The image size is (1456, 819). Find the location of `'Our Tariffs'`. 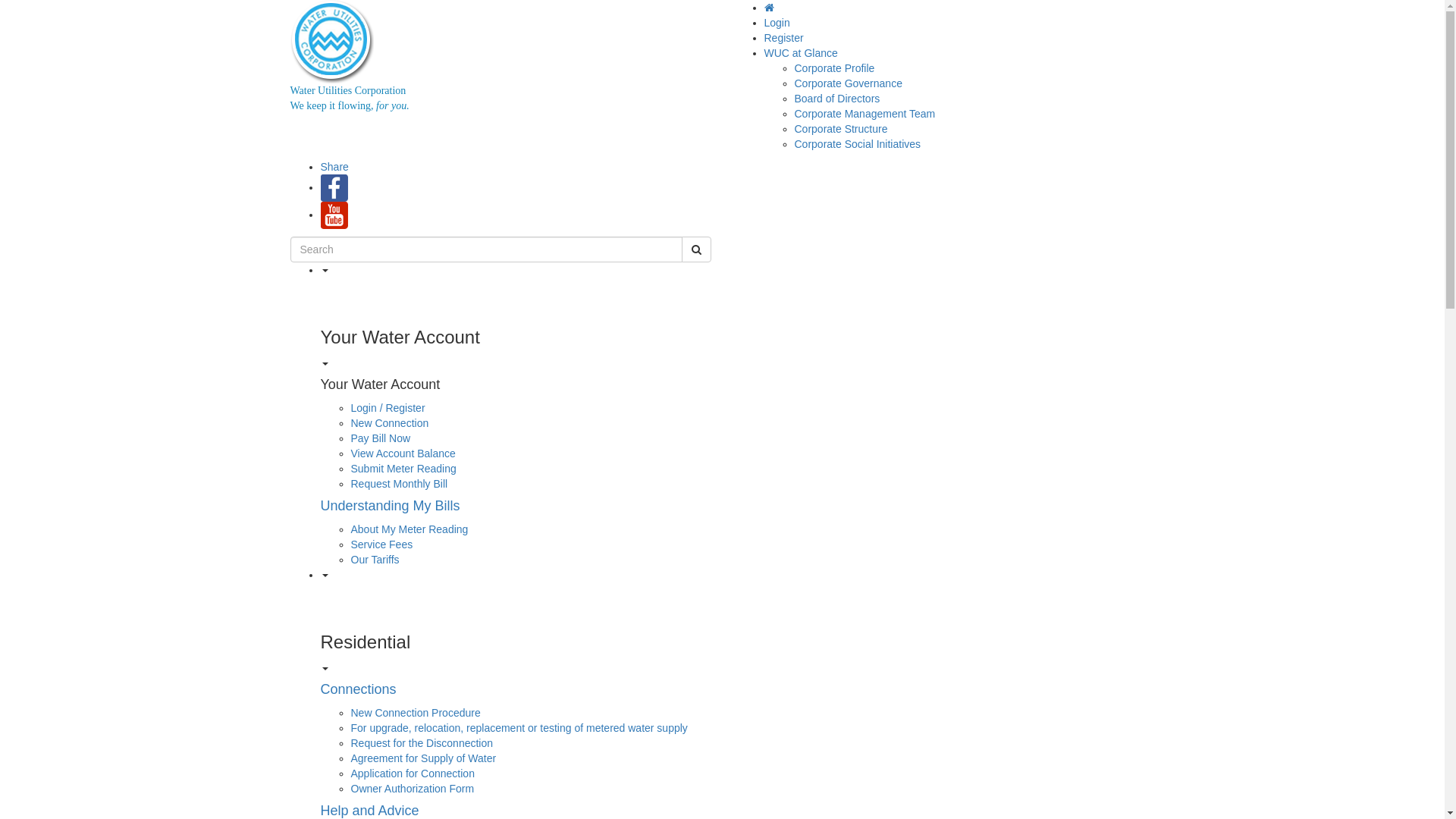

'Our Tariffs' is located at coordinates (375, 559).